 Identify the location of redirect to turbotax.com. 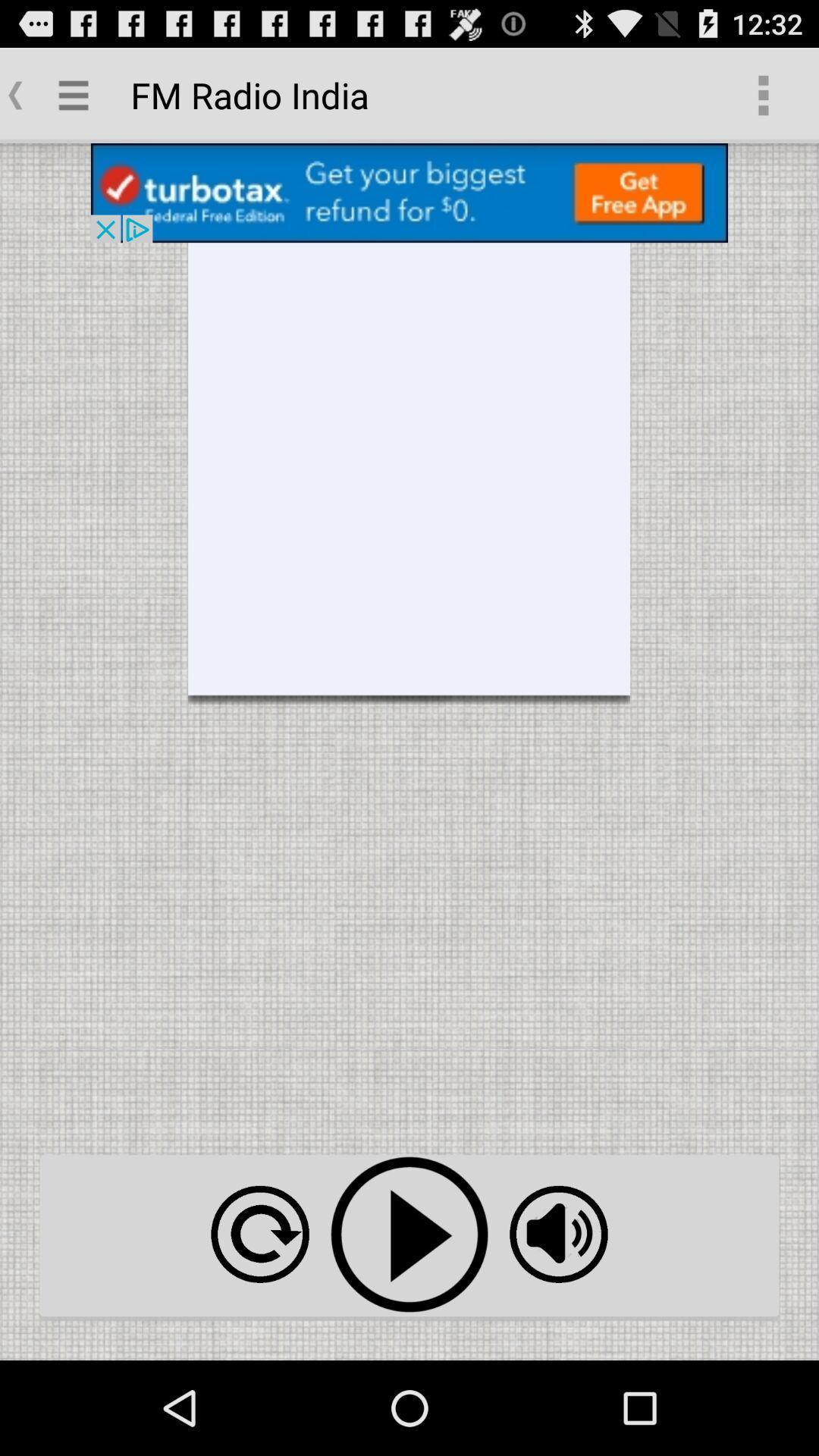
(409, 192).